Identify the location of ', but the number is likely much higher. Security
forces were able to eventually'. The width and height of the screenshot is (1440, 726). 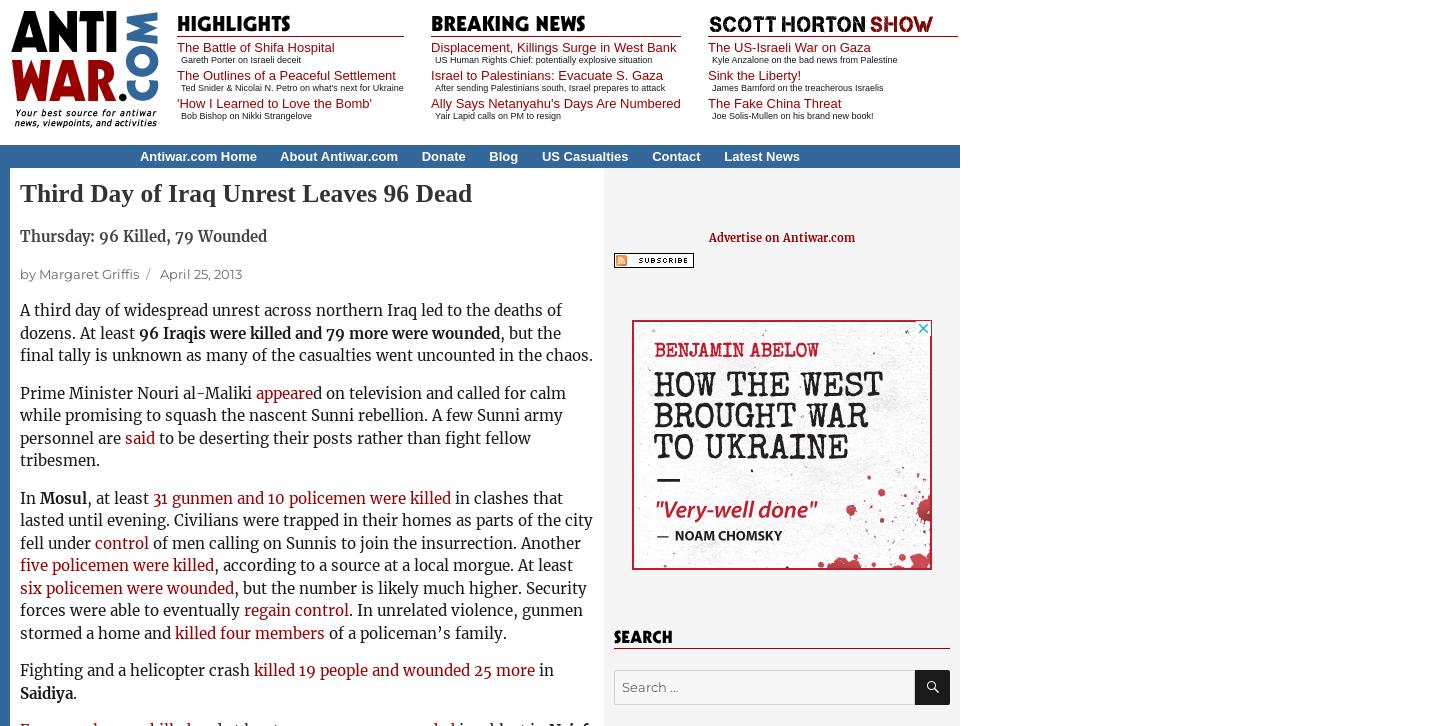
(303, 598).